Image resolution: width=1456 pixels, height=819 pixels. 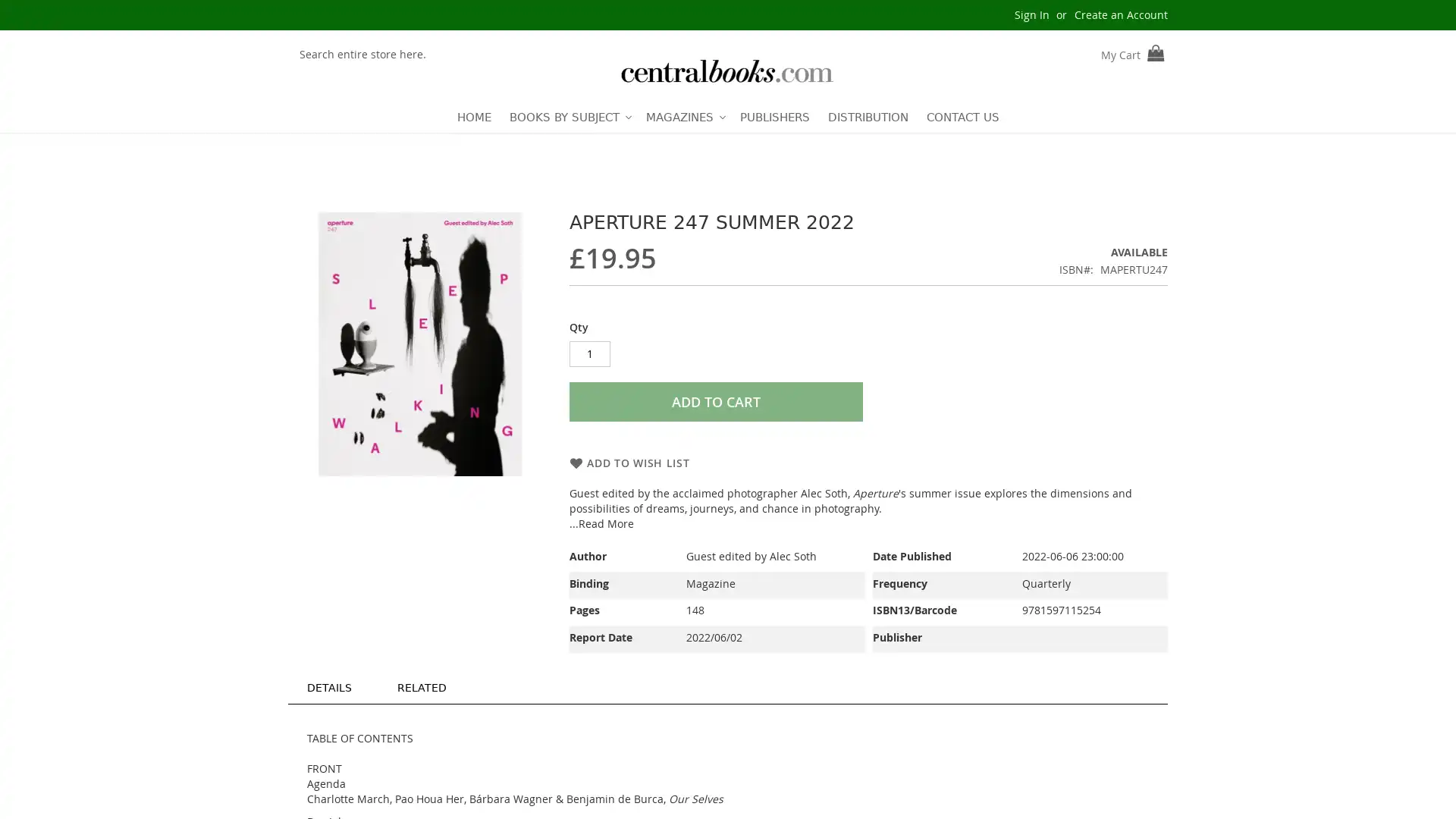 What do you see at coordinates (299, 519) in the screenshot?
I see `Previous` at bounding box center [299, 519].